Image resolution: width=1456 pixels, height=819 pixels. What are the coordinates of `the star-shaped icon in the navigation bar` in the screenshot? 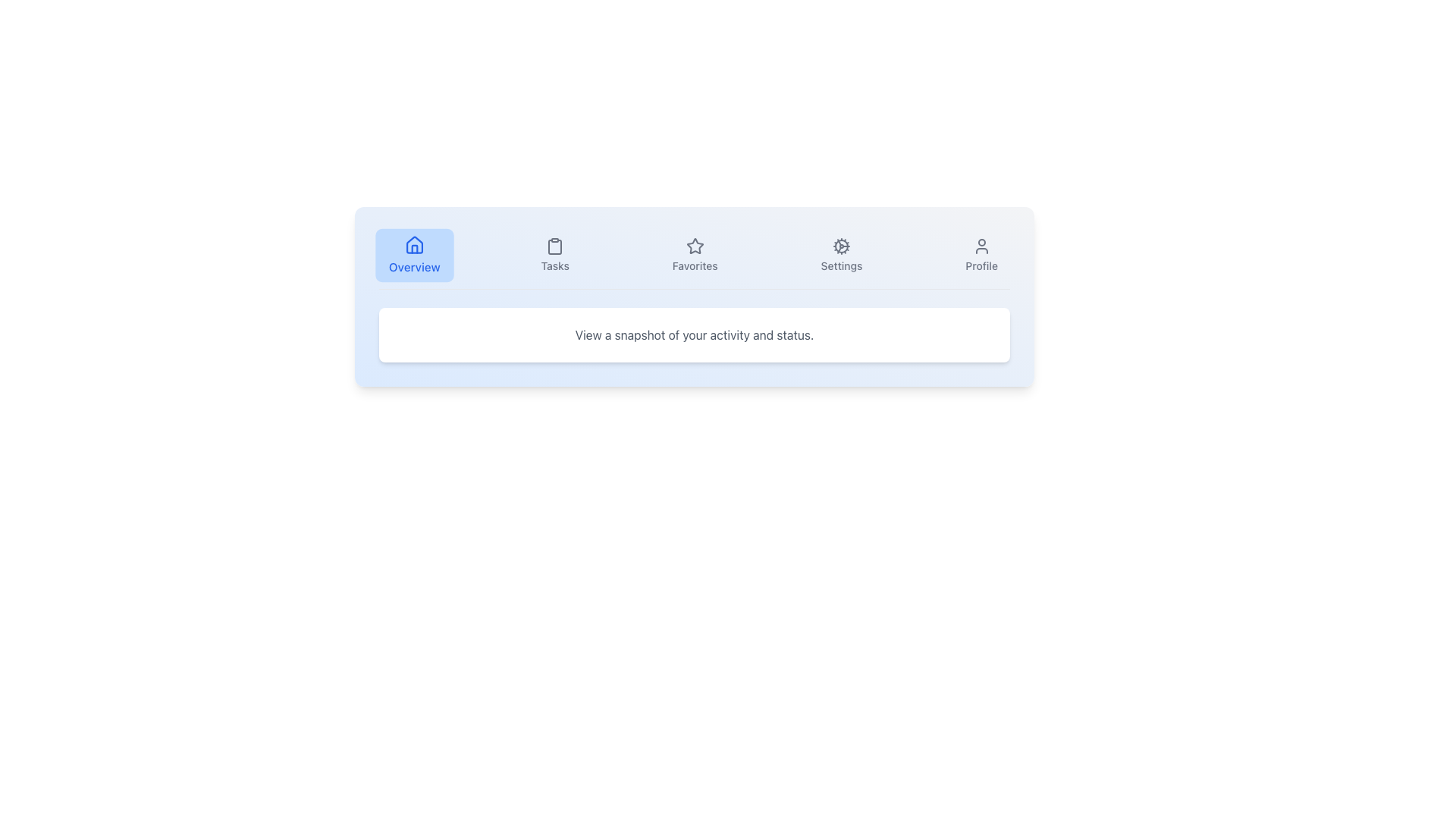 It's located at (694, 245).